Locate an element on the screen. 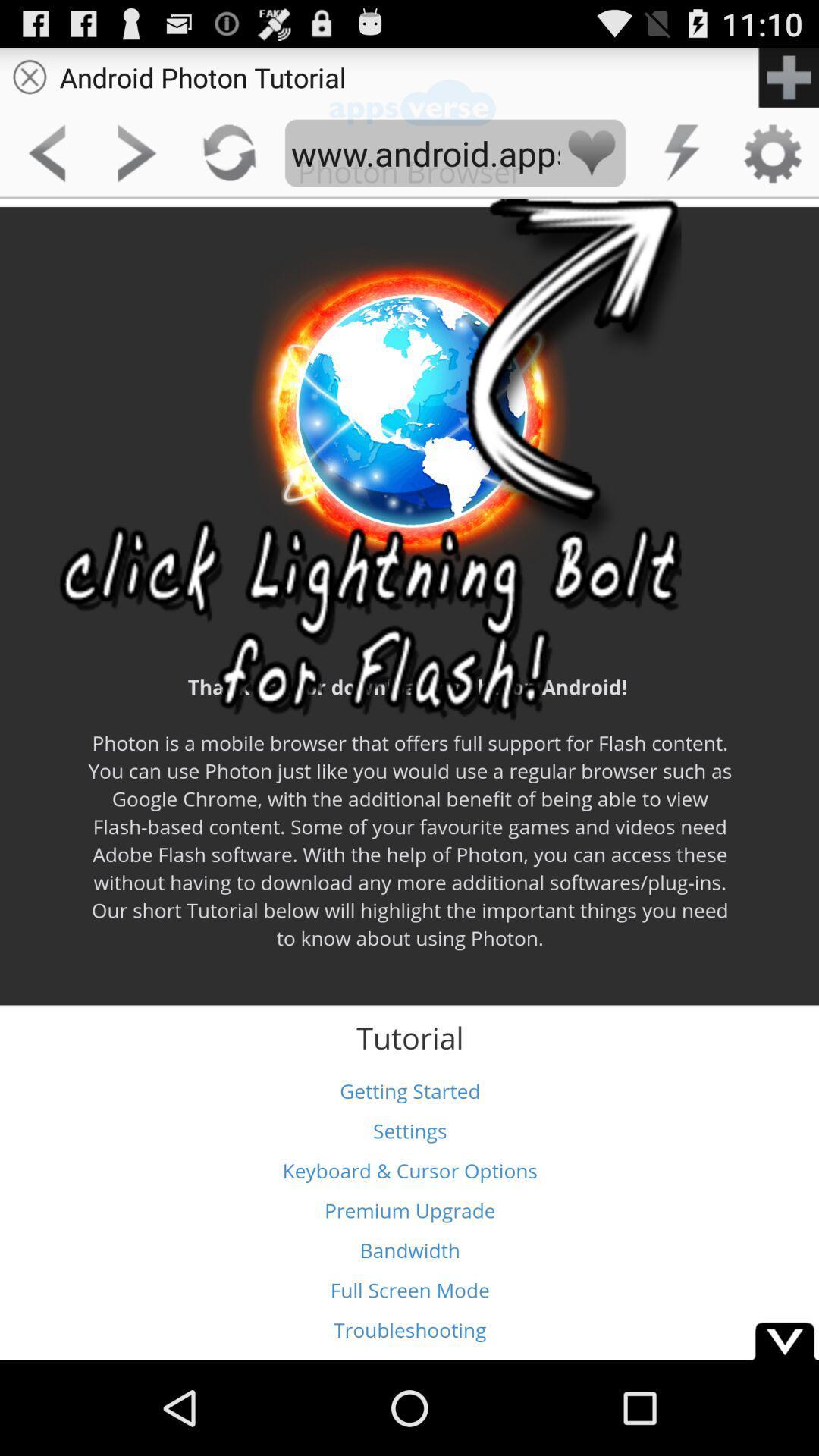  the refresh icon is located at coordinates (228, 164).